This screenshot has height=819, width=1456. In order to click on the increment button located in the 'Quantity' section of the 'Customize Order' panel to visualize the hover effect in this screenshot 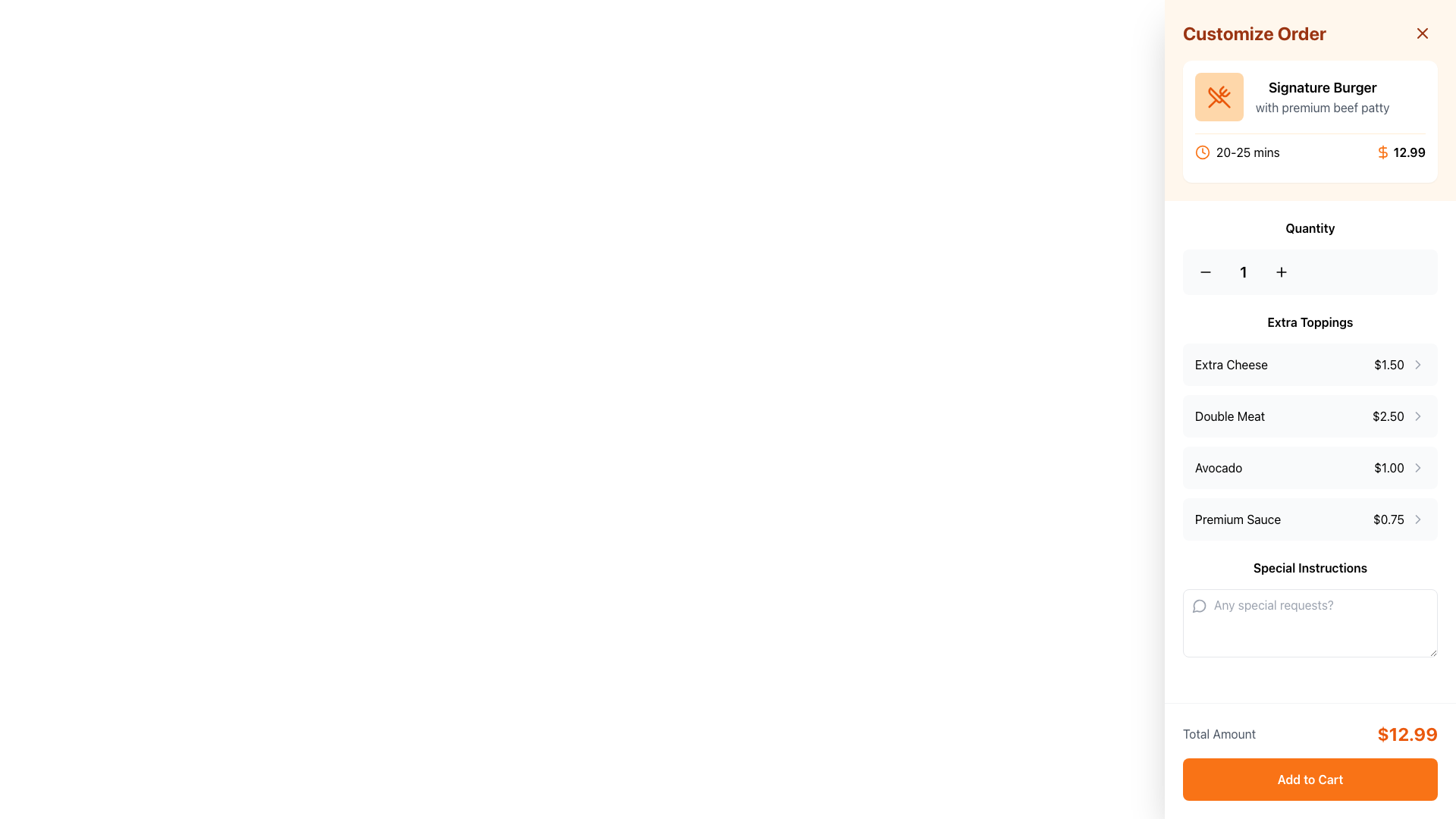, I will do `click(1280, 271)`.